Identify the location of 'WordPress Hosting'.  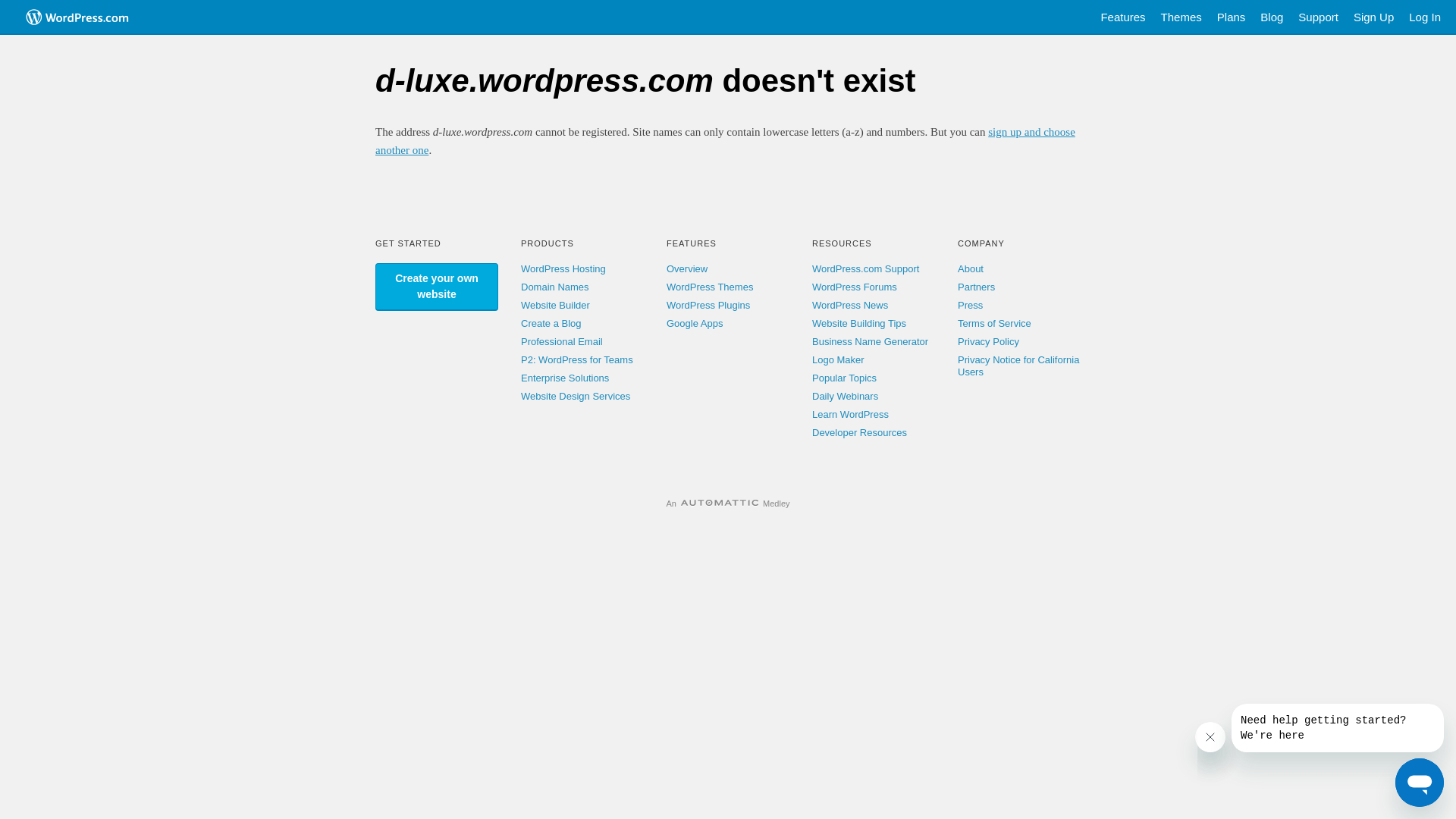
(563, 268).